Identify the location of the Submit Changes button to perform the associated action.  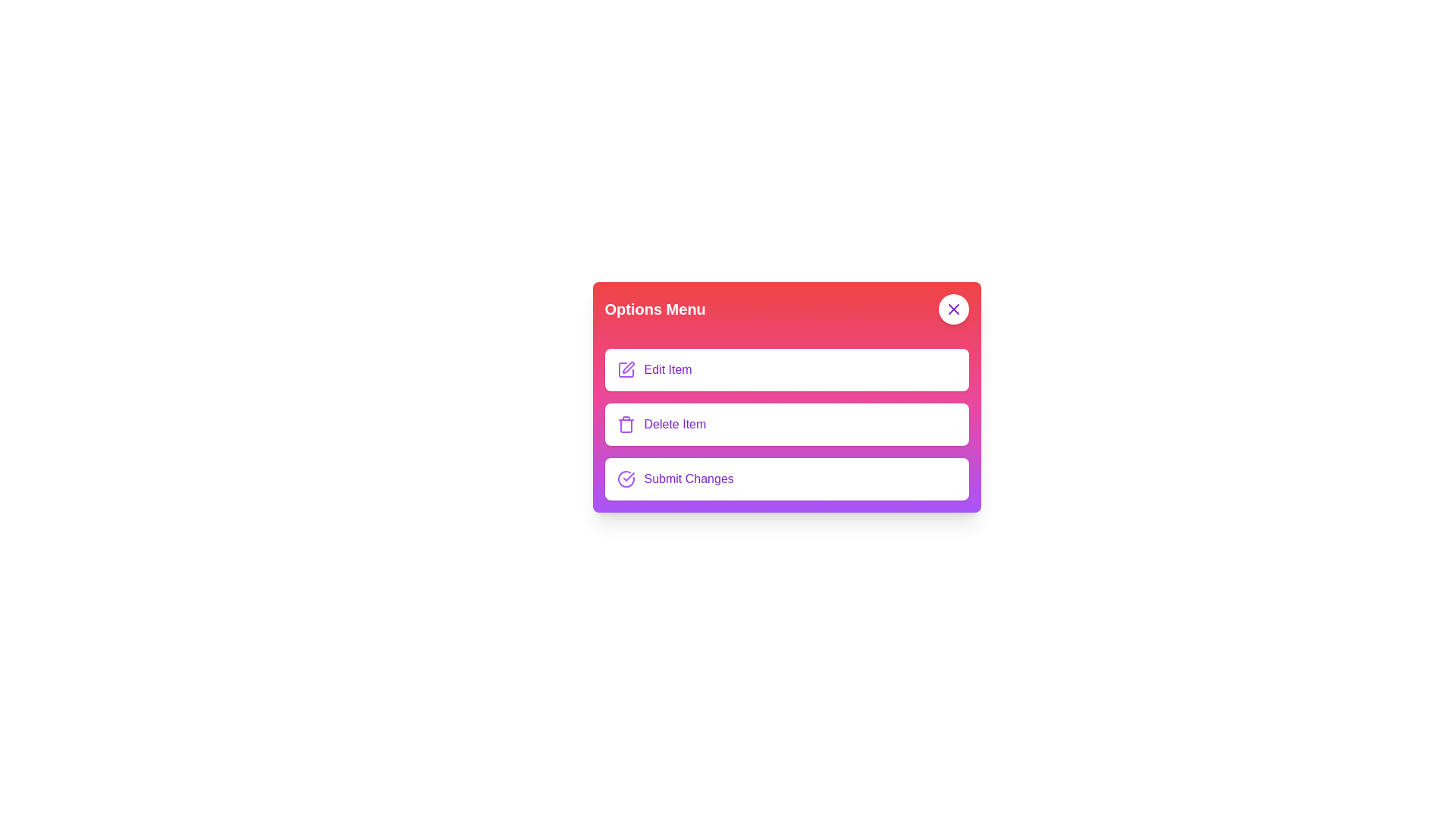
(626, 479).